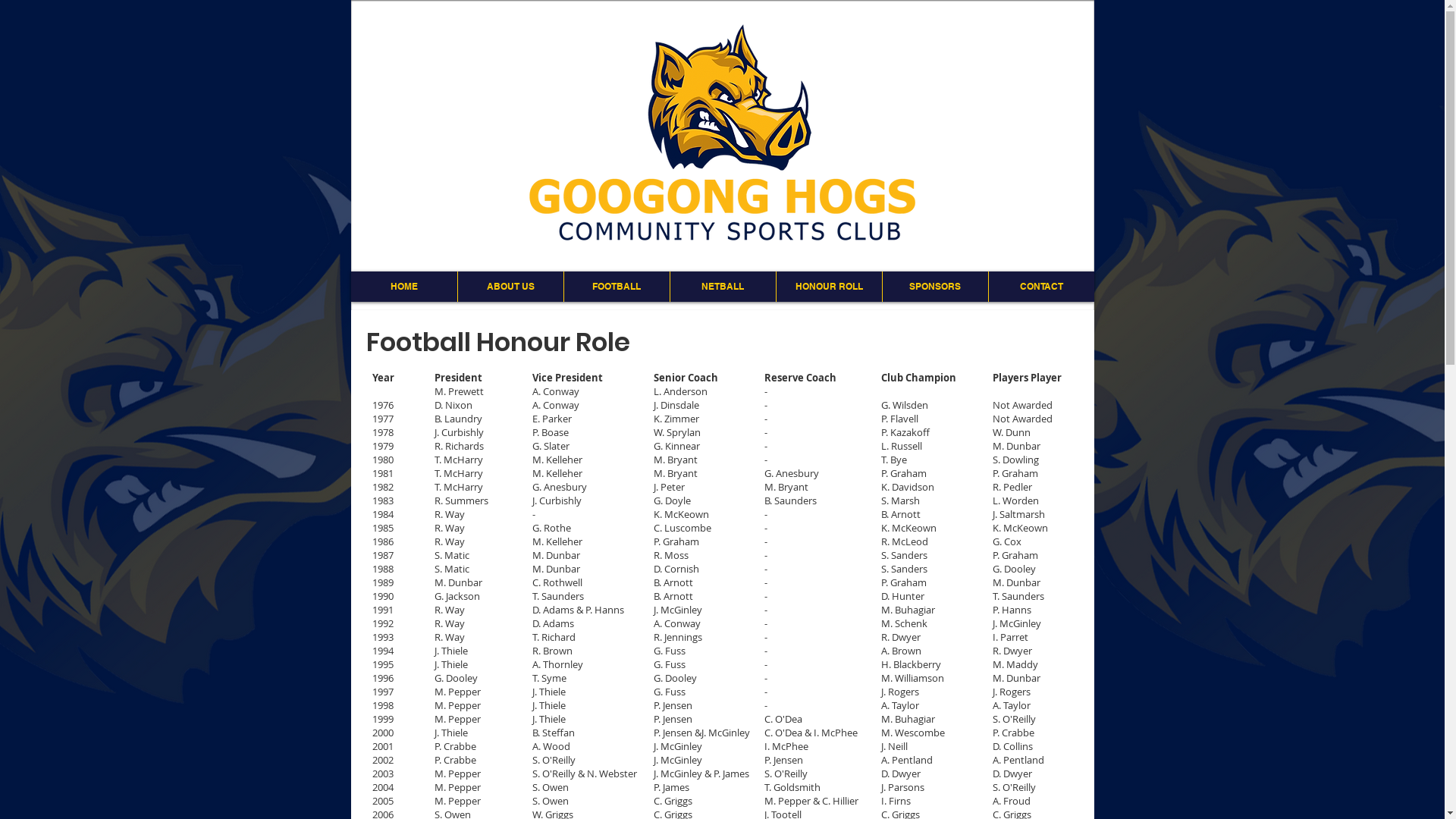 This screenshot has height=819, width=1456. Describe the element at coordinates (1040, 287) in the screenshot. I see `'CONTACT'` at that location.